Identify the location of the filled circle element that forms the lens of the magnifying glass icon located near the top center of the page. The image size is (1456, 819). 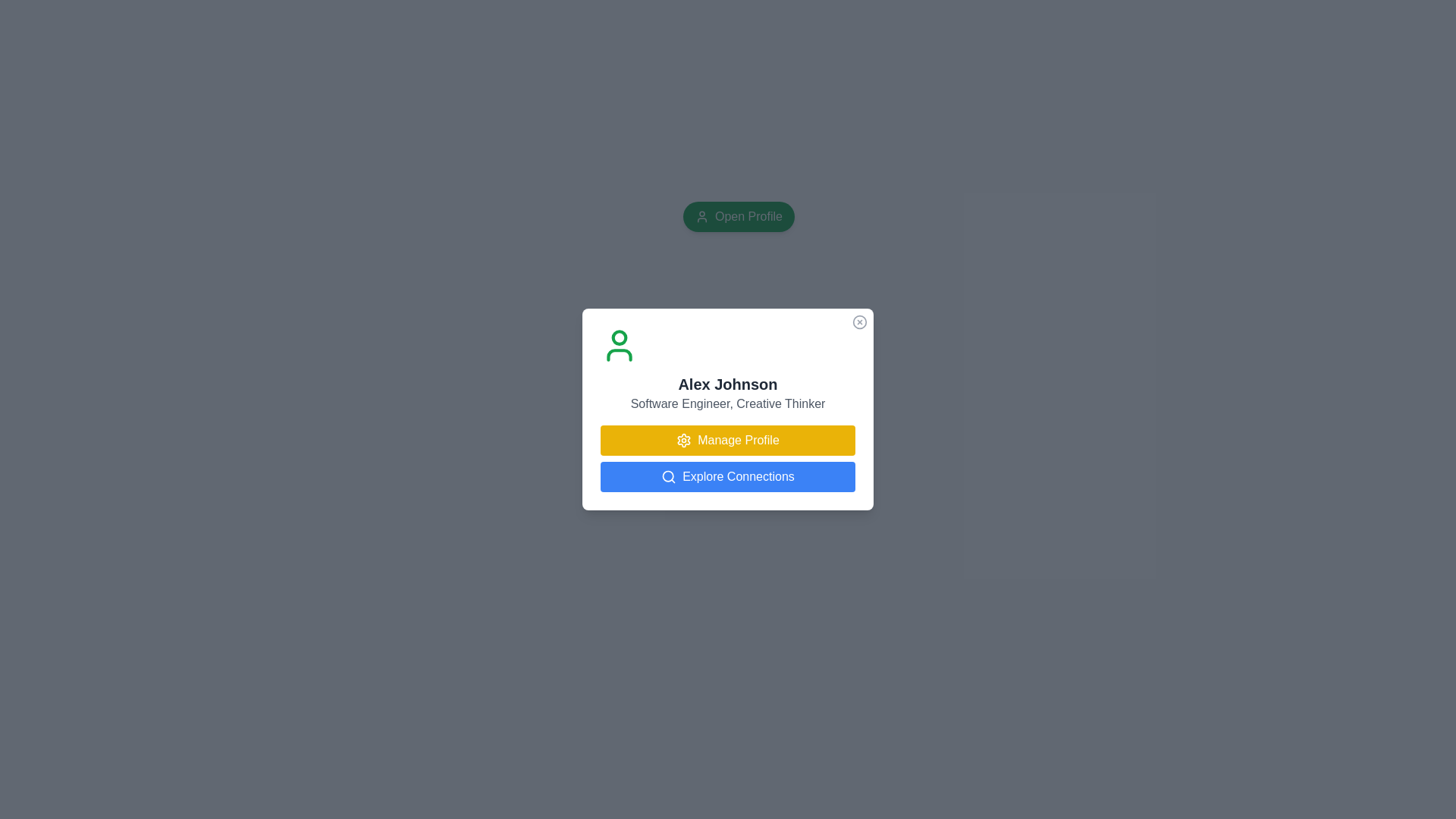
(667, 475).